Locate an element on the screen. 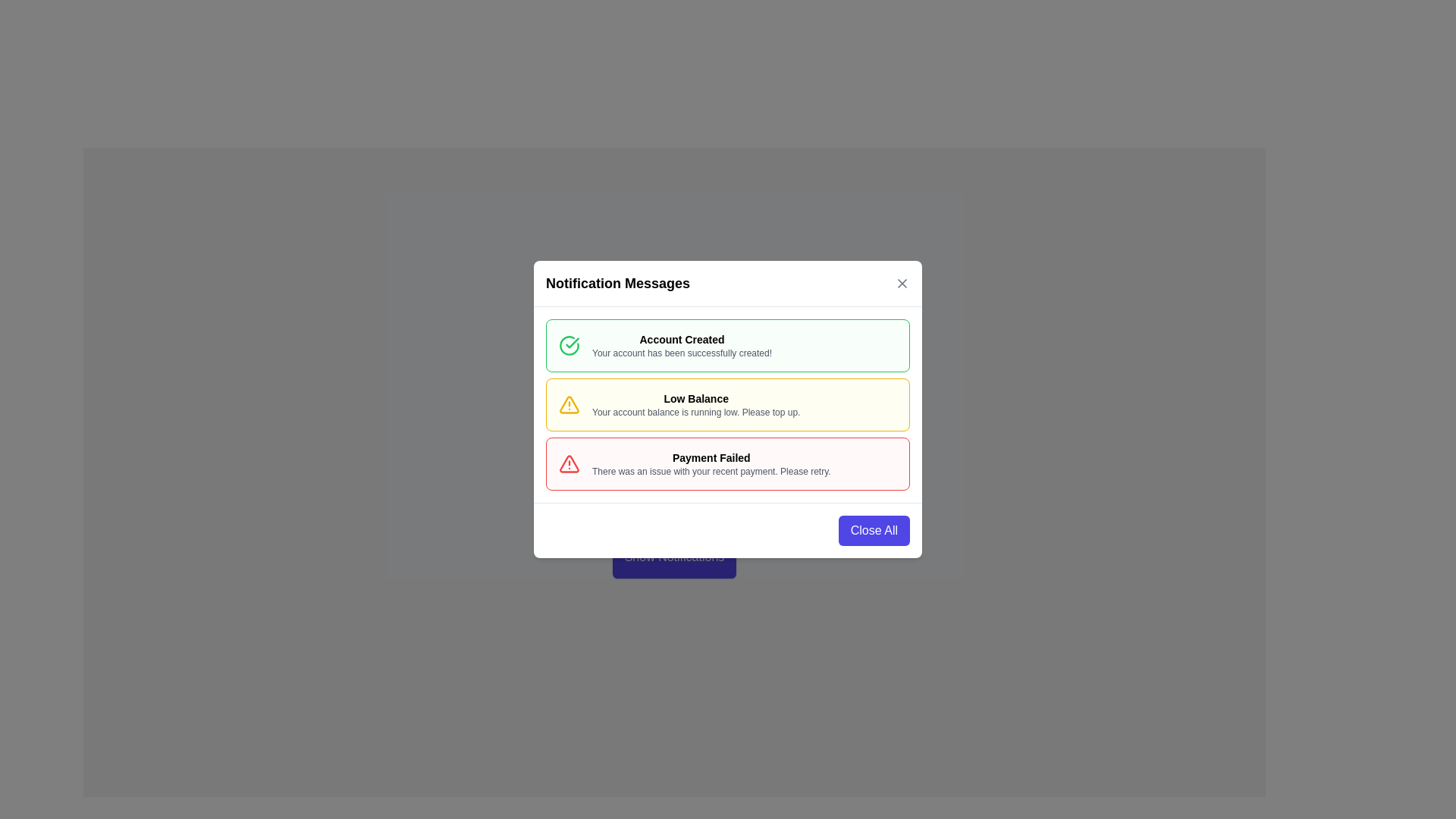 Image resolution: width=1456 pixels, height=819 pixels. the success icon in the 'Account Created' notification, which is the first icon on the notification card is located at coordinates (568, 345).